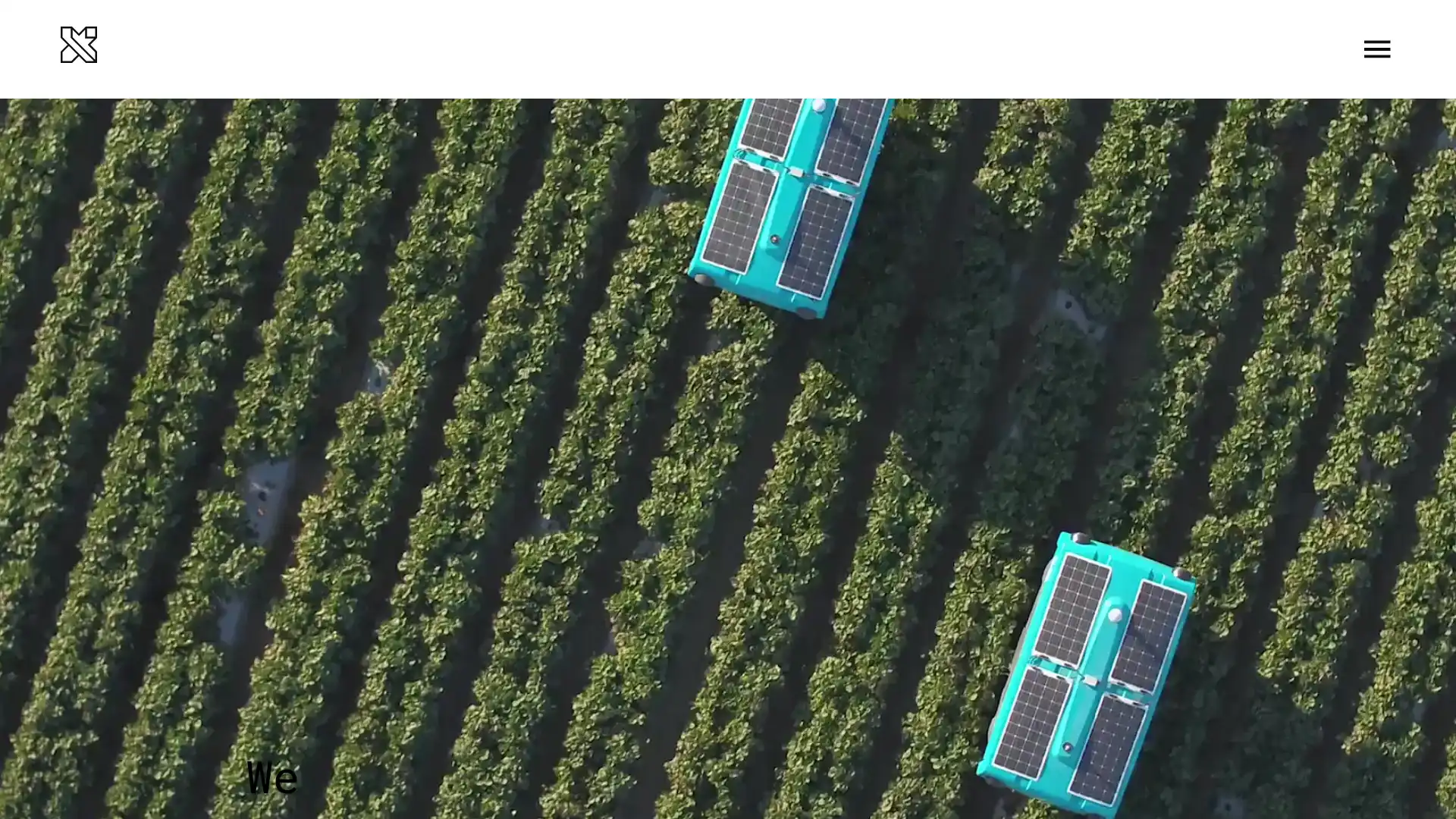 This screenshot has height=819, width=1456. Describe the element at coordinates (686, 99) in the screenshot. I see `2020 Seeing underwater In 2020, X launches Tidal, a new project combining machine learning and an underwater camera system to help understand and protect our oceans ecosystems. They start with a small corner of the problem: partnering with fish farmers to help them run and grow their operations more sustainably. Ten years of learning Over the course of 10 years, X learns a lot about some of the processes and cultural habits that help systematize innovation. For our 10th anniversary, we share the Gimbal  our internal guide to invention and innovation  alongside other tips for unleashing radical creativity that anyone can put into practice.` at that location.